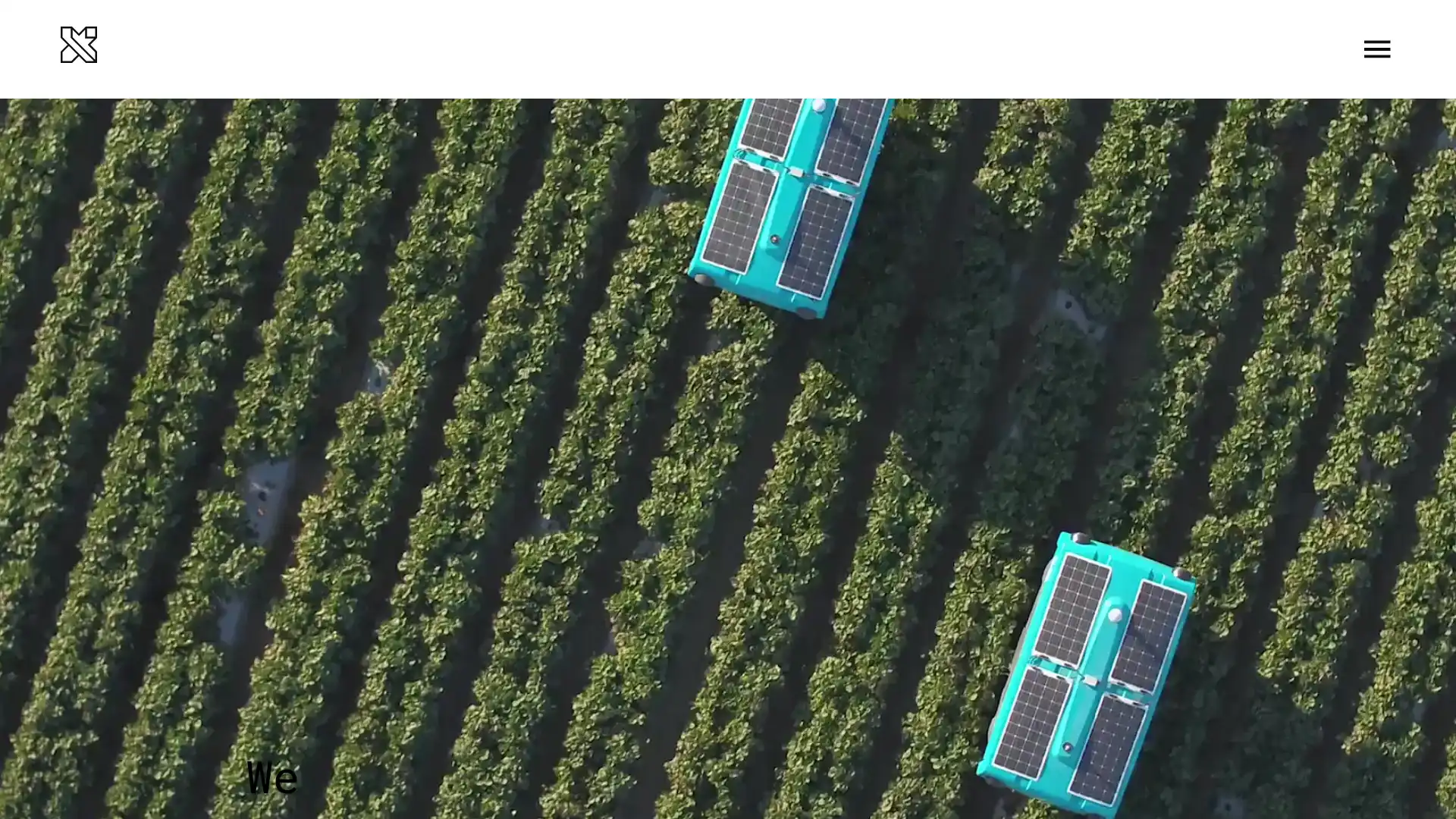 This screenshot has height=819, width=1456. Describe the element at coordinates (686, 99) in the screenshot. I see `2020 Seeing underwater In 2020, X launches Tidal, a new project combining machine learning and an underwater camera system to help understand and protect our oceans ecosystems. They start with a small corner of the problem: partnering with fish farmers to help them run and grow their operations more sustainably. Ten years of learning Over the course of 10 years, X learns a lot about some of the processes and cultural habits that help systematize innovation. For our 10th anniversary, we share the Gimbal  our internal guide to invention and innovation  alongside other tips for unleashing radical creativity that anyone can put into practice.` at that location.